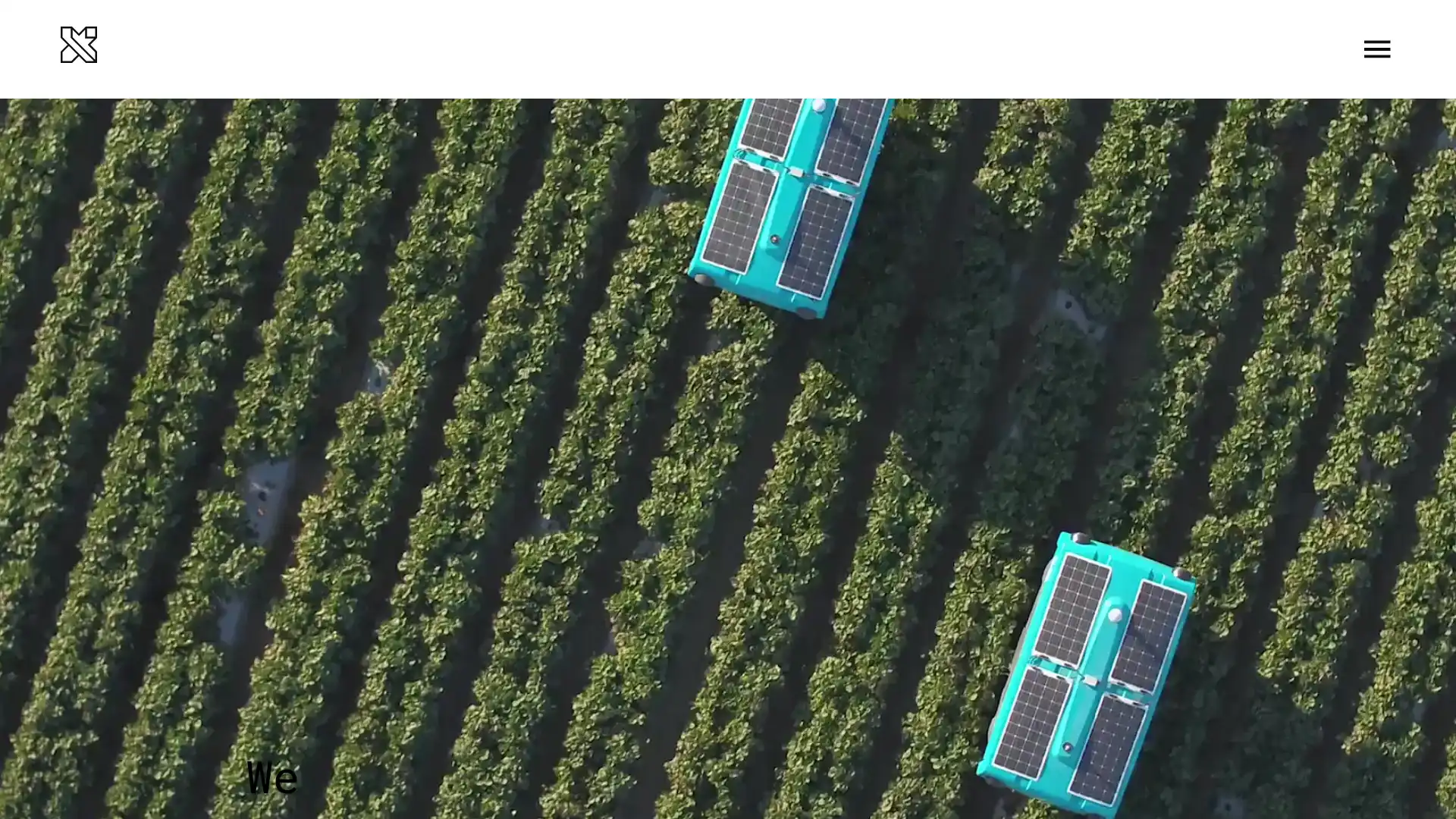 This screenshot has height=819, width=1456. Describe the element at coordinates (686, 99) in the screenshot. I see `2020 Seeing underwater In 2020, X launches Tidal, a new project combining machine learning and an underwater camera system to help understand and protect our oceans ecosystems. They start with a small corner of the problem: partnering with fish farmers to help them run and grow their operations more sustainably. Ten years of learning Over the course of 10 years, X learns a lot about some of the processes and cultural habits that help systematize innovation. For our 10th anniversary, we share the Gimbal  our internal guide to invention and innovation  alongside other tips for unleashing radical creativity that anyone can put into practice.` at that location.